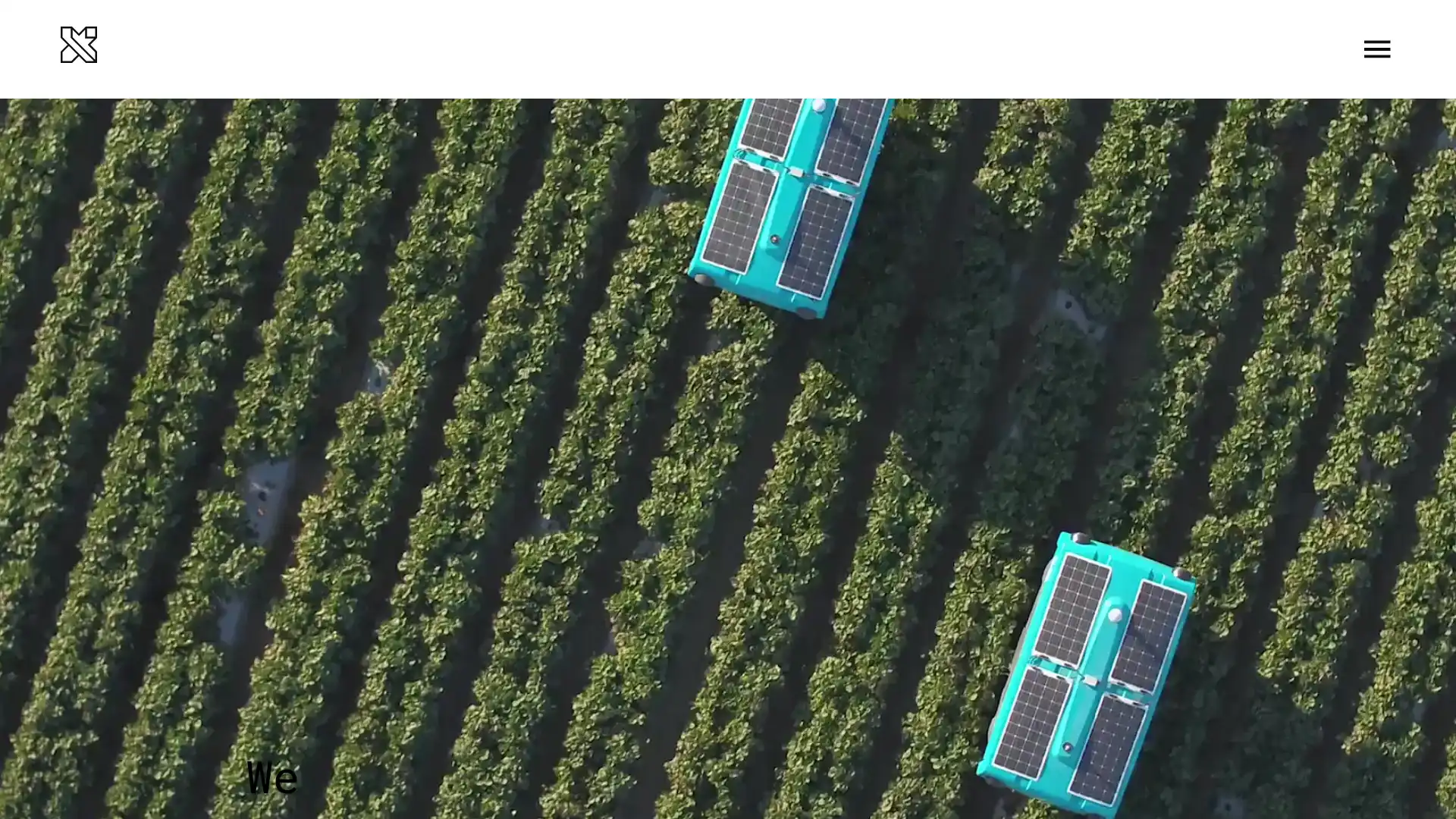 This screenshot has height=819, width=1456. Describe the element at coordinates (686, 99) in the screenshot. I see `2020 Seeing underwater In 2020, X launches Tidal, a new project combining machine learning and an underwater camera system to help understand and protect our oceans ecosystems. They start with a small corner of the problem: partnering with fish farmers to help them run and grow their operations more sustainably. Ten years of learning Over the course of 10 years, X learns a lot about some of the processes and cultural habits that help systematize innovation. For our 10th anniversary, we share the Gimbal  our internal guide to invention and innovation  alongside other tips for unleashing radical creativity that anyone can put into practice.` at that location.